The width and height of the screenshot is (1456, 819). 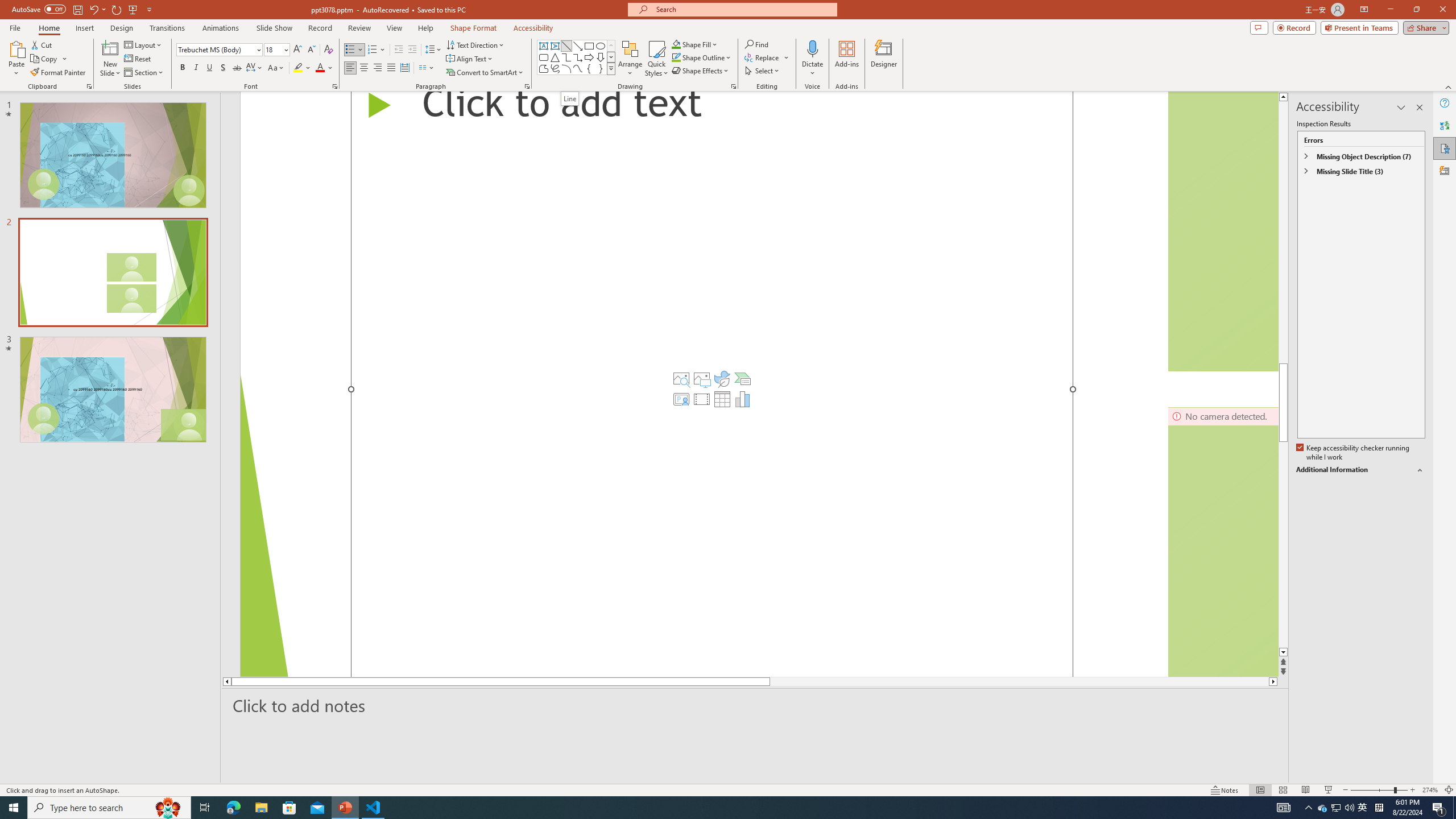 What do you see at coordinates (274, 49) in the screenshot?
I see `'Font Size'` at bounding box center [274, 49].